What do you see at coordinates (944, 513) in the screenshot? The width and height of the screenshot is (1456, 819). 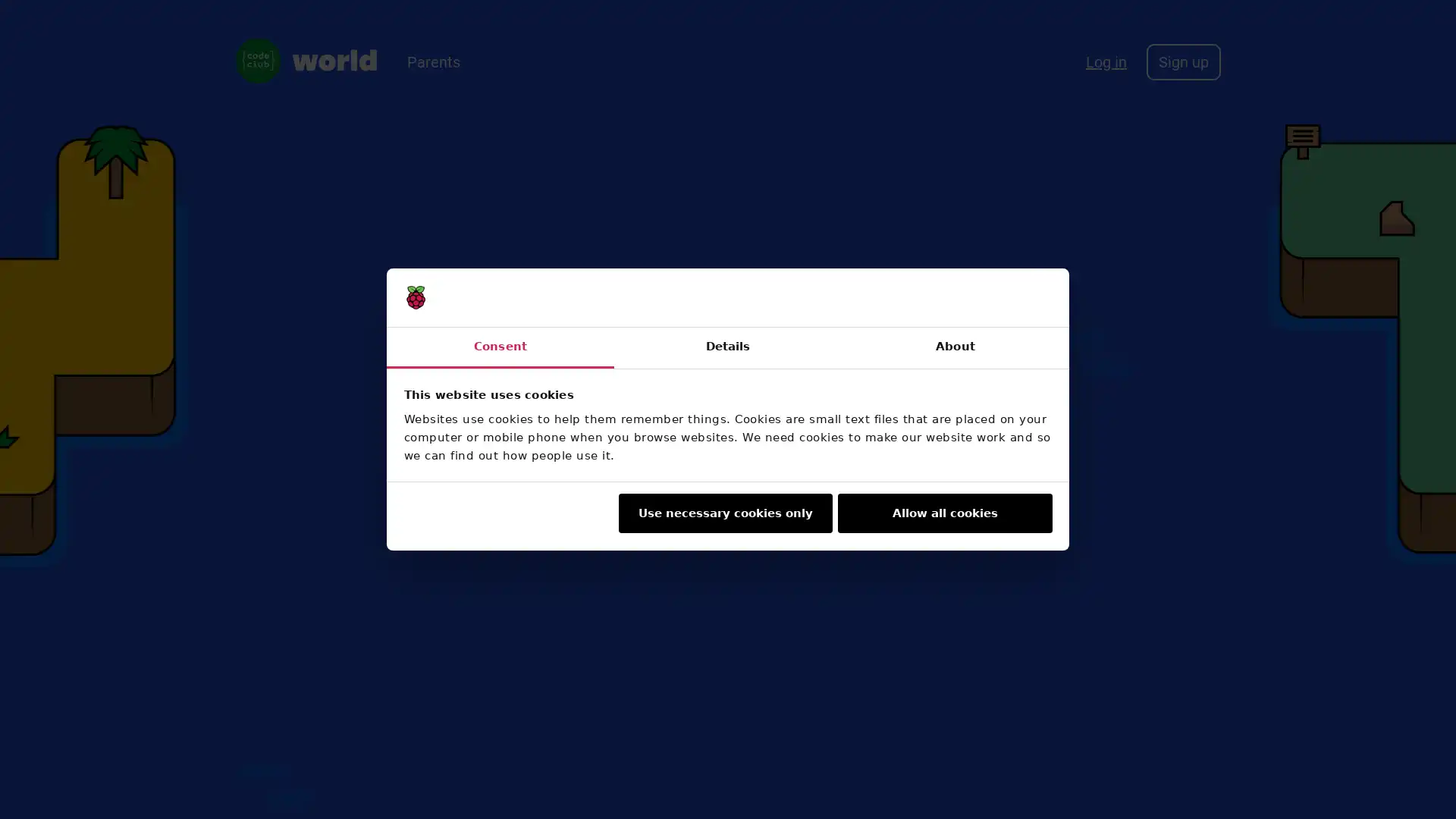 I see `Allow all cookies` at bounding box center [944, 513].